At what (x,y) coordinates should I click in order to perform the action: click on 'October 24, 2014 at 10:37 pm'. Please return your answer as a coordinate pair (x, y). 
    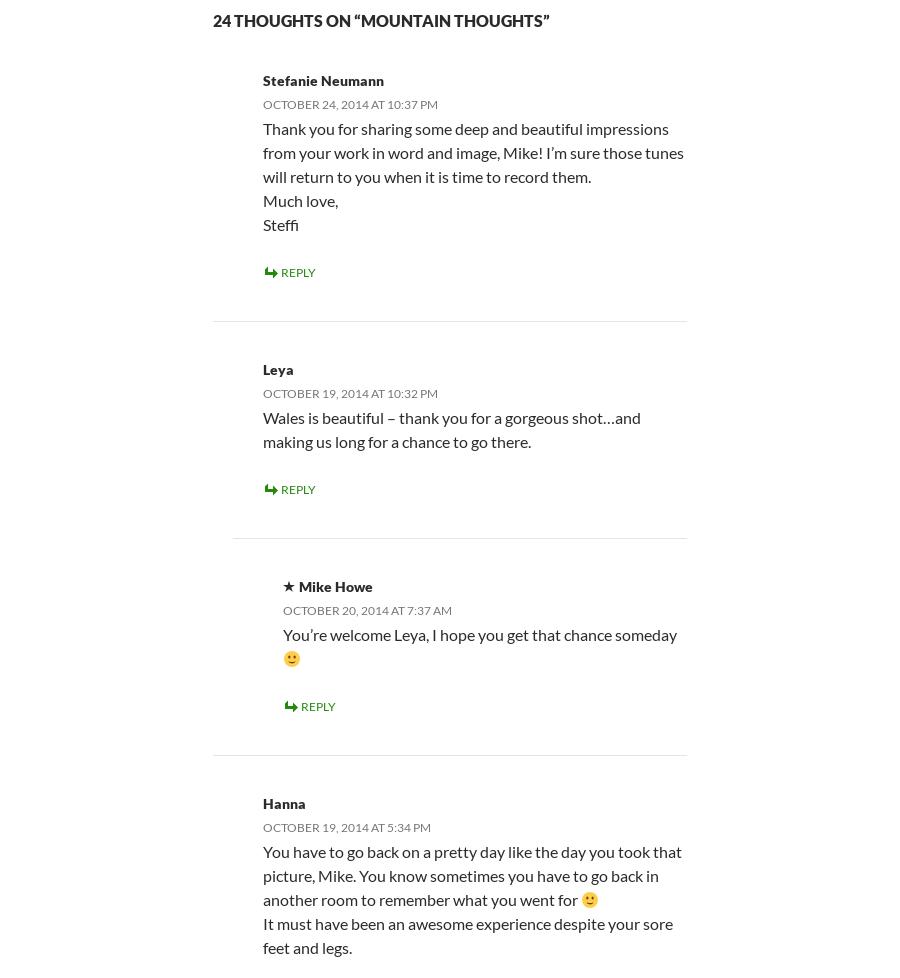
    Looking at the image, I should click on (350, 103).